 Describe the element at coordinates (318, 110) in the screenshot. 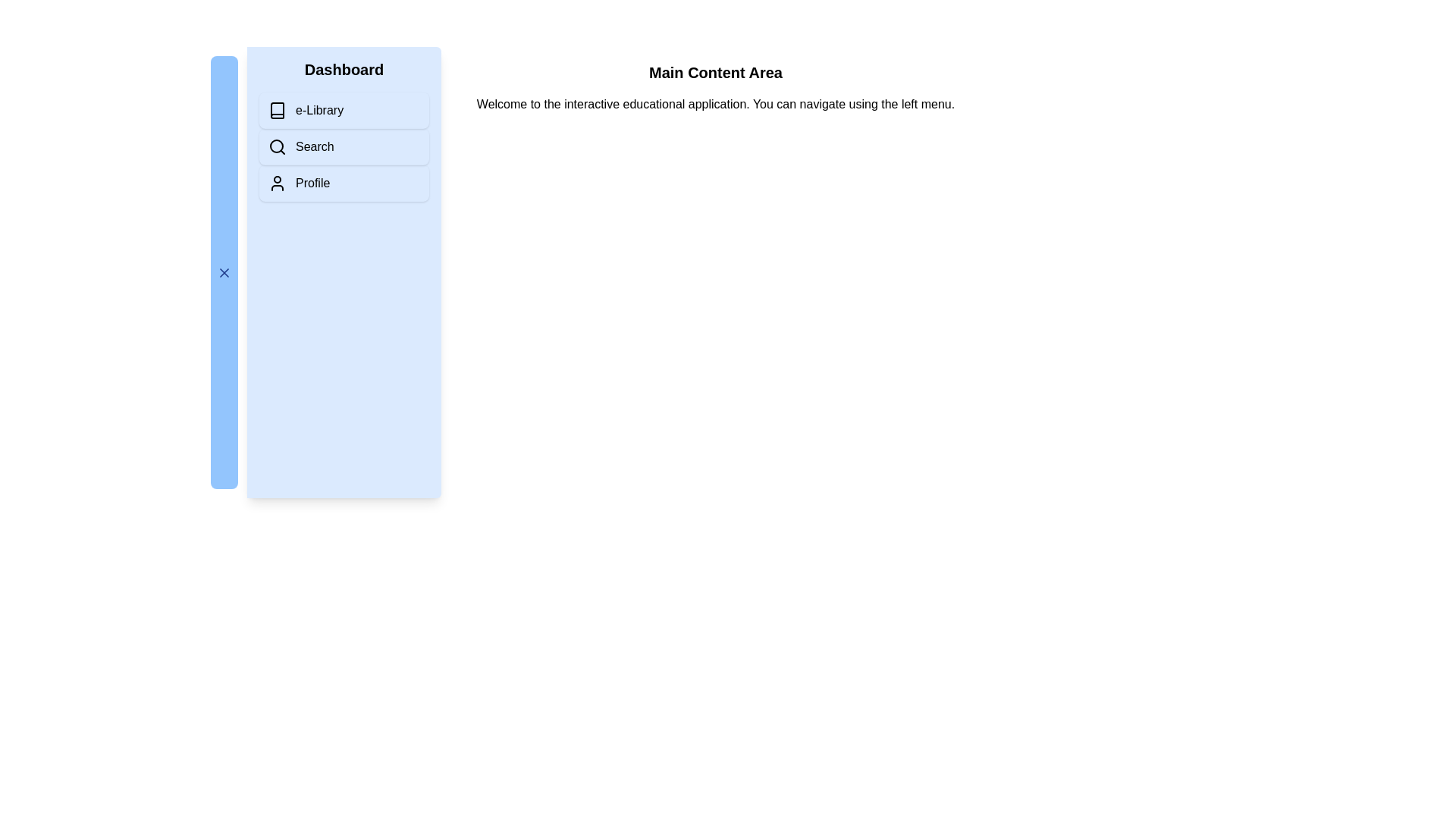

I see `the 'e-Library' menu item located in the sidebar below the 'Dashboard' header` at that location.